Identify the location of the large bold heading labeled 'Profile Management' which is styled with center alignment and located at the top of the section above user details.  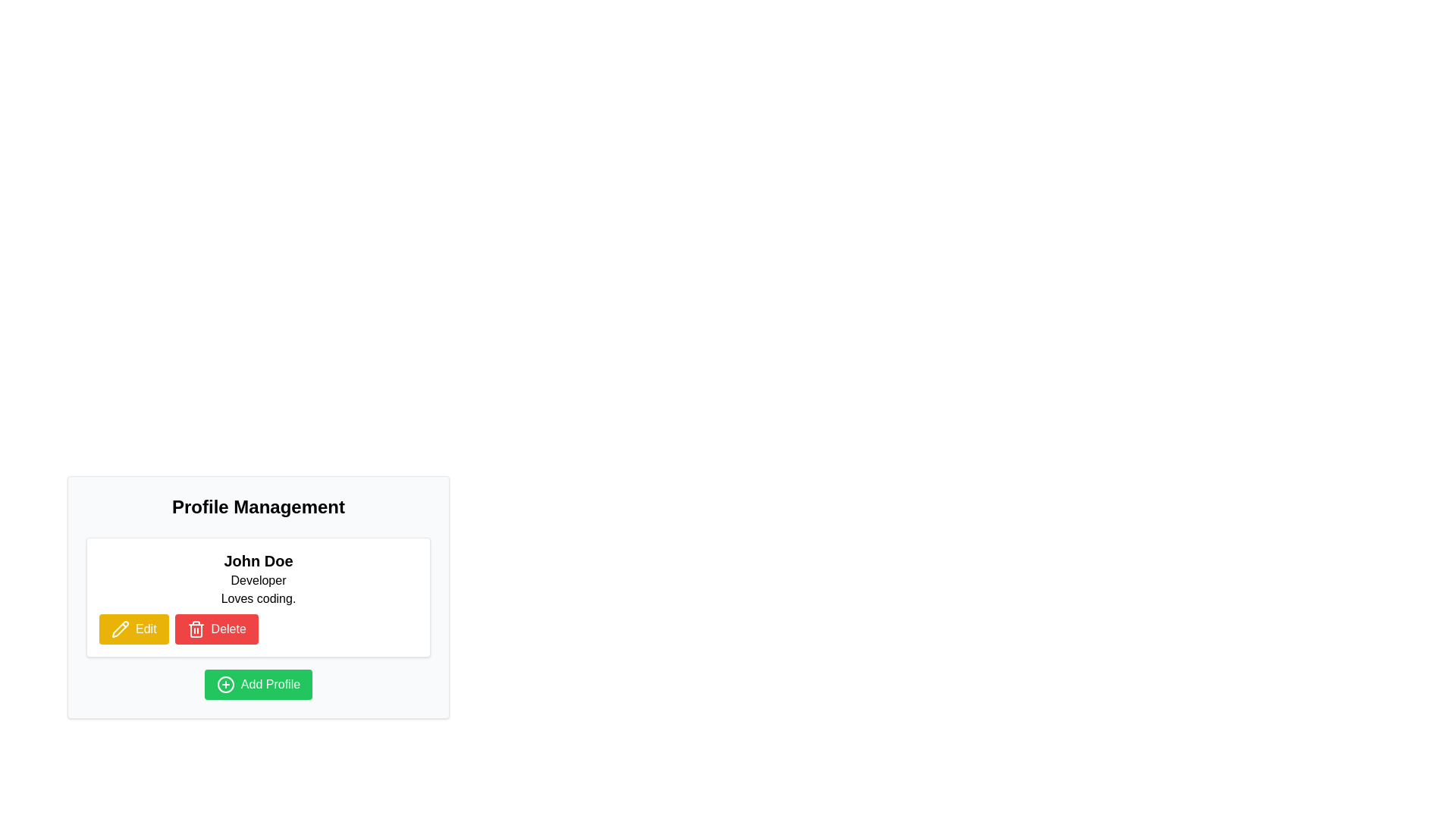
(258, 507).